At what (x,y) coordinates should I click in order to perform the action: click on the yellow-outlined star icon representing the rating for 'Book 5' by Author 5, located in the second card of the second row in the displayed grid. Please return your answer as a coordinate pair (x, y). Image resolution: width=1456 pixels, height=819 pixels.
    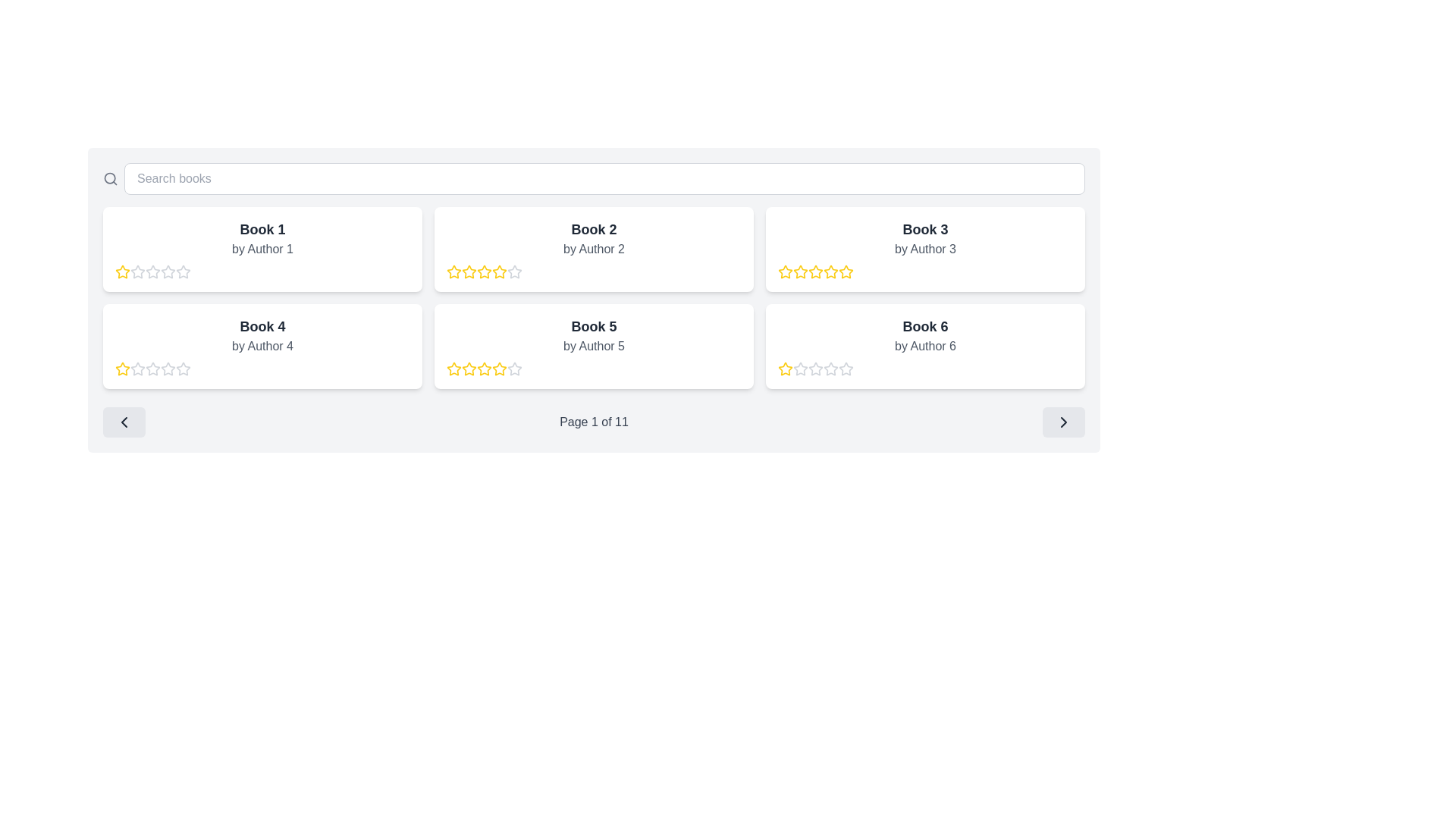
    Looking at the image, I should click on (453, 369).